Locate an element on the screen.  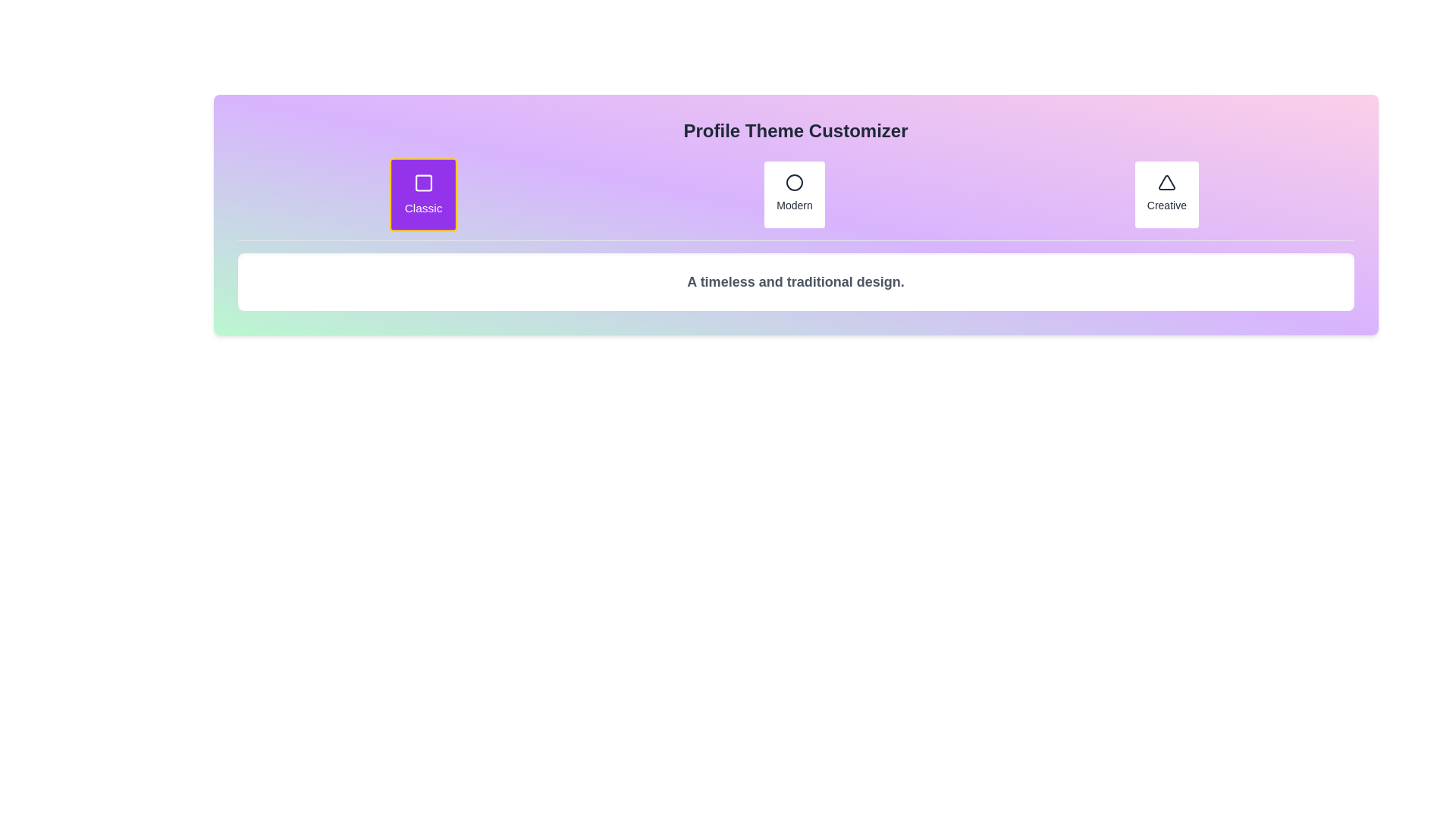
the triangle icon representing the 'Creative' theme located in the top-right section of the interface is located at coordinates (1166, 181).